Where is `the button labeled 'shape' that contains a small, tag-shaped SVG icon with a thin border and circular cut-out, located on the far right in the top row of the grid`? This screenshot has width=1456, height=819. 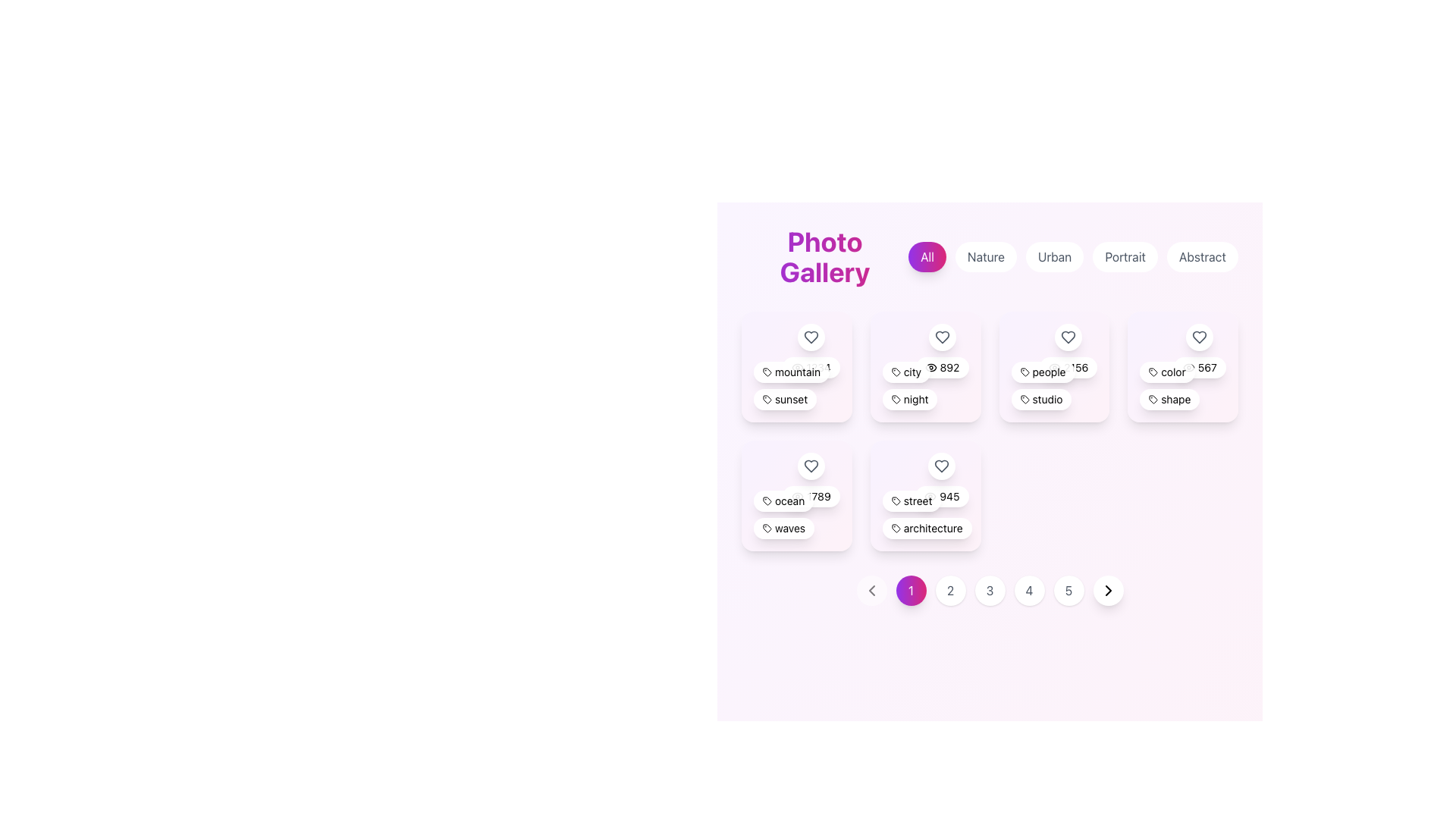 the button labeled 'shape' that contains a small, tag-shaped SVG icon with a thin border and circular cut-out, located on the far right in the top row of the grid is located at coordinates (1153, 398).